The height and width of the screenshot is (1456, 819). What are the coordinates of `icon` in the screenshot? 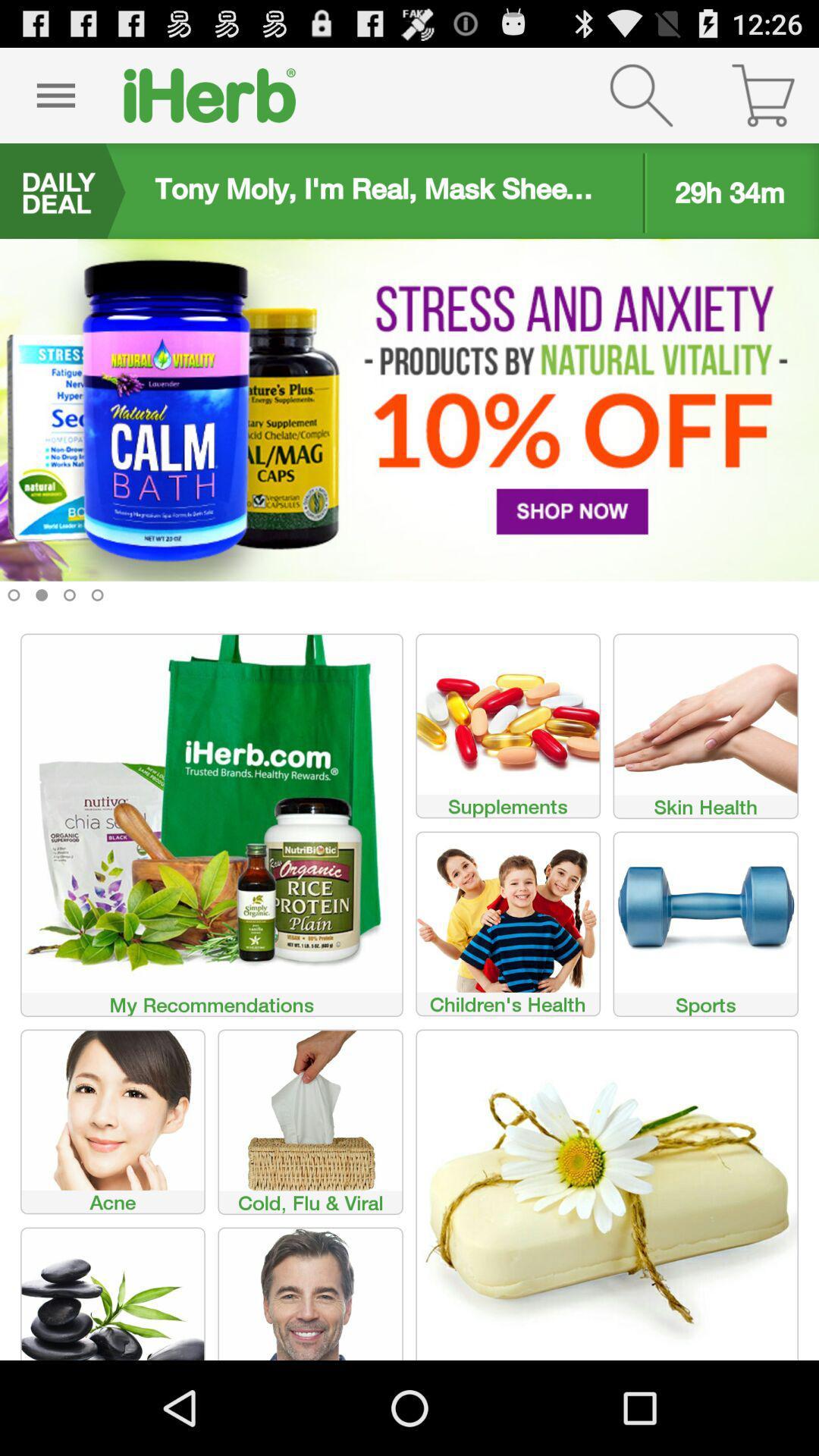 It's located at (55, 94).